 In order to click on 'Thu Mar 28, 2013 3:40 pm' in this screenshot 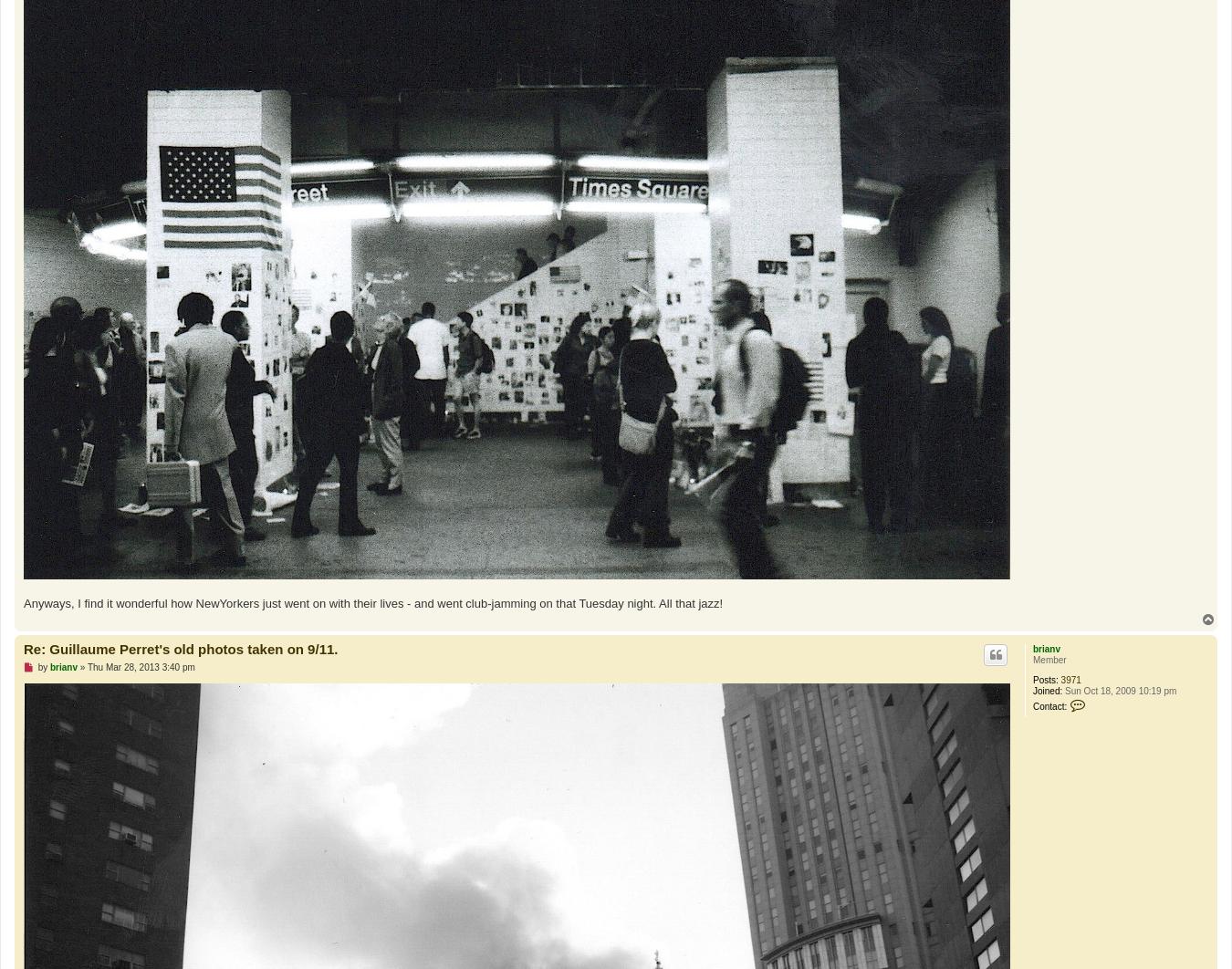, I will do `click(141, 667)`.